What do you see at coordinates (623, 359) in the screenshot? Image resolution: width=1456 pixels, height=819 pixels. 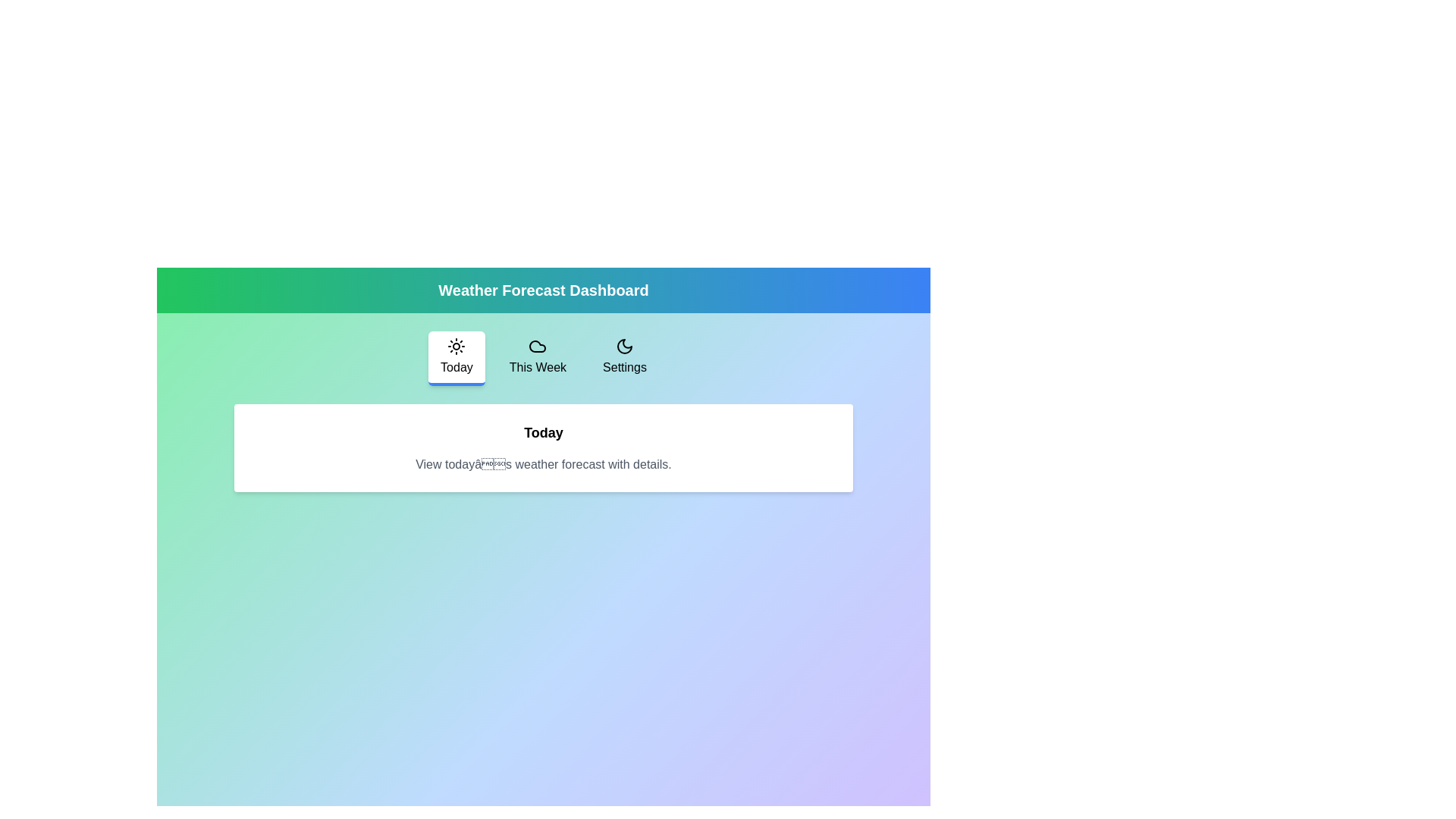 I see `the tab labeled Settings to navigate to it` at bounding box center [623, 359].